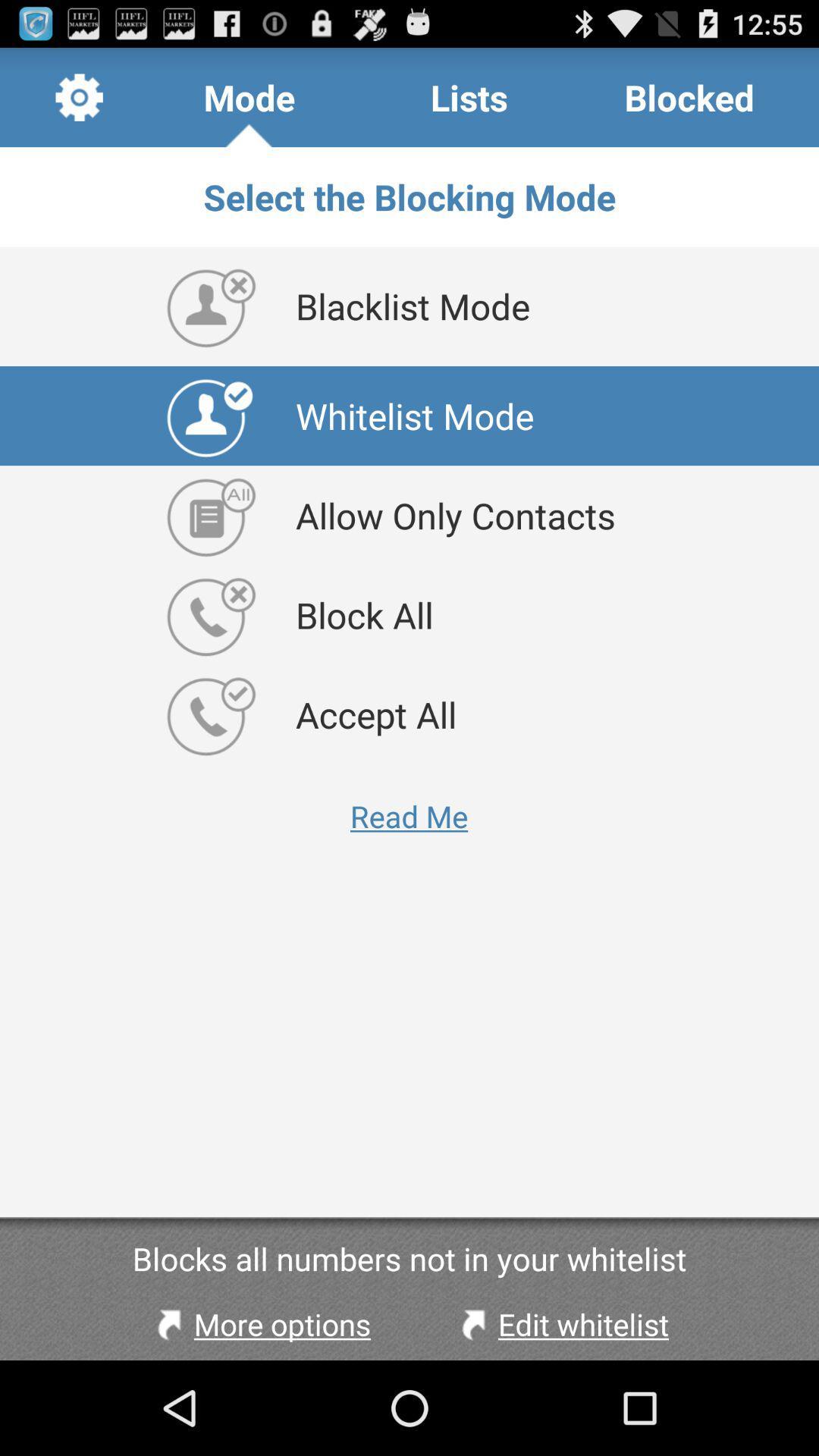  What do you see at coordinates (79, 96) in the screenshot?
I see `icon above the select the blocking app` at bounding box center [79, 96].